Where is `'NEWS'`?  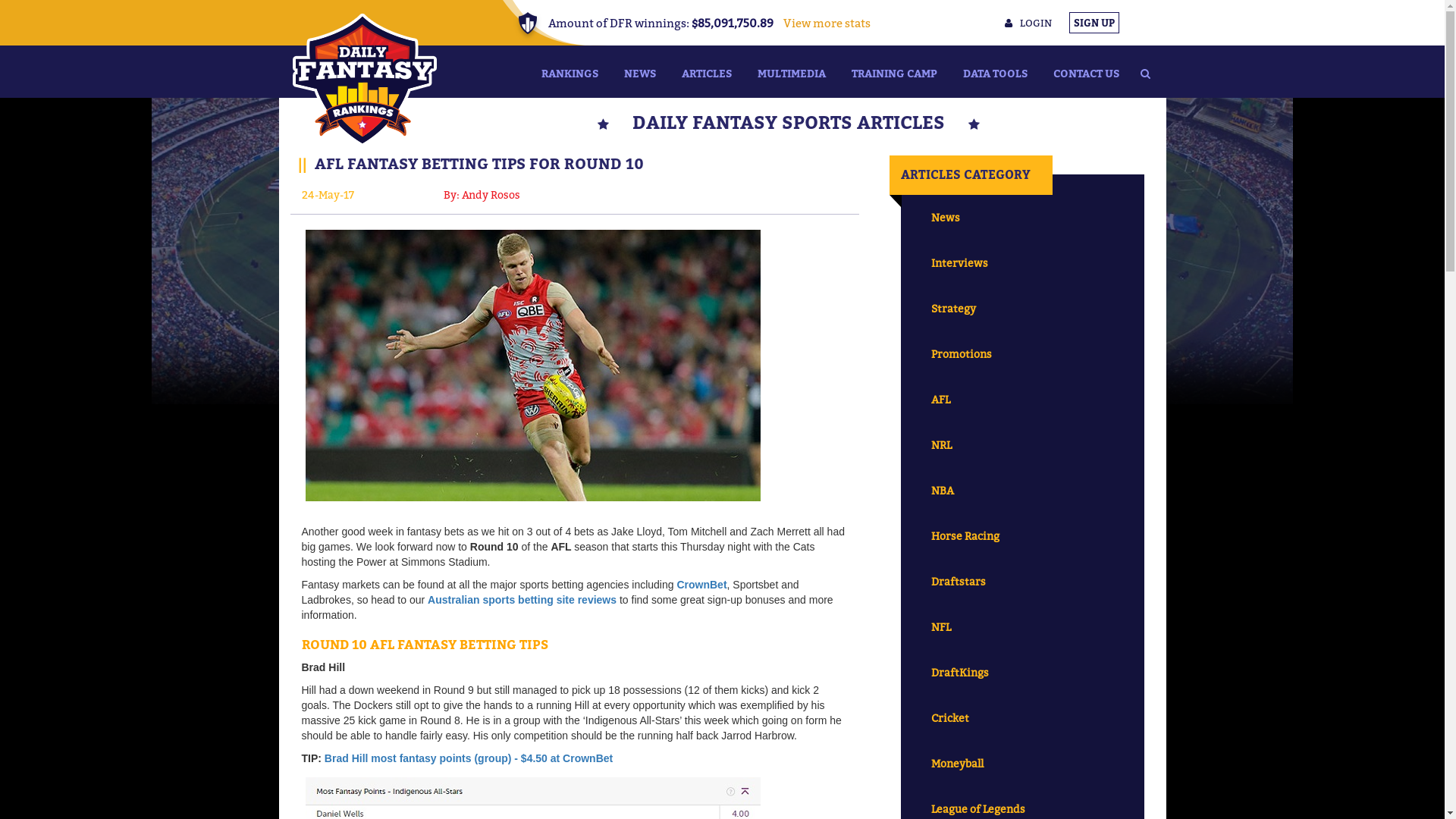 'NEWS' is located at coordinates (640, 71).